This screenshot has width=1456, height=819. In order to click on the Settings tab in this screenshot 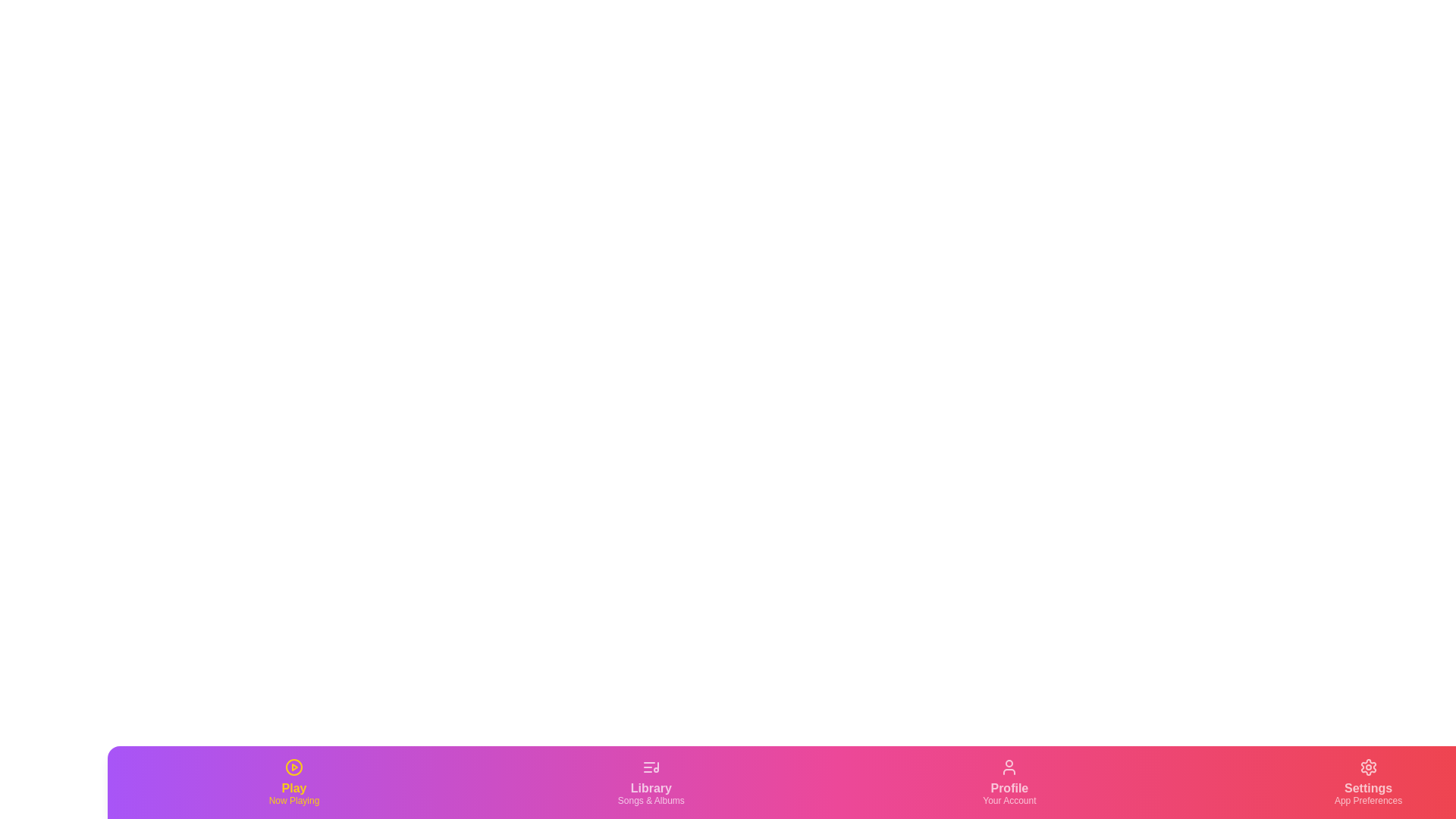, I will do `click(1368, 783)`.